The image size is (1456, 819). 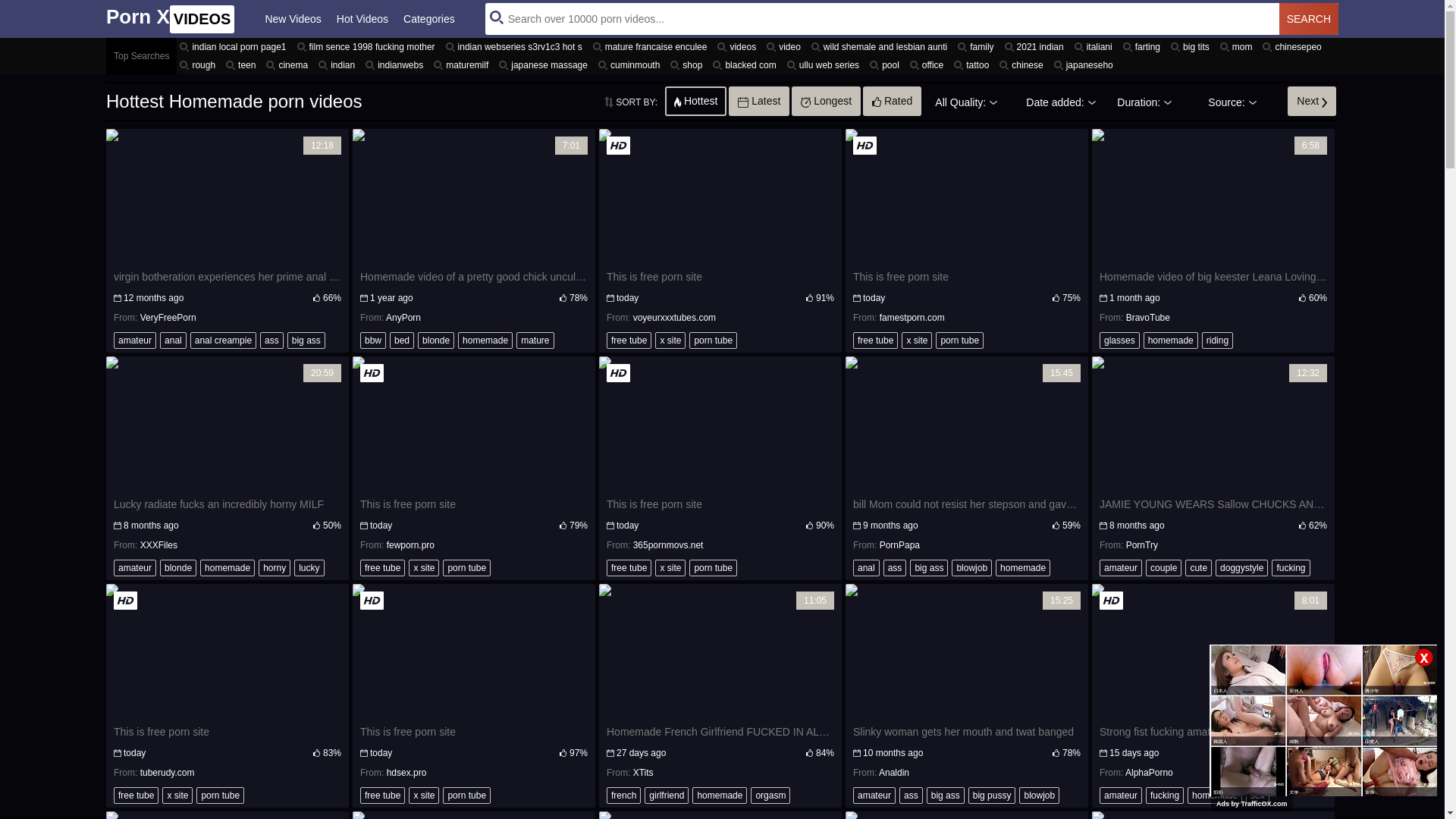 What do you see at coordinates (1252, 803) in the screenshot?
I see `'Ads by TrafficOX.com'` at bounding box center [1252, 803].